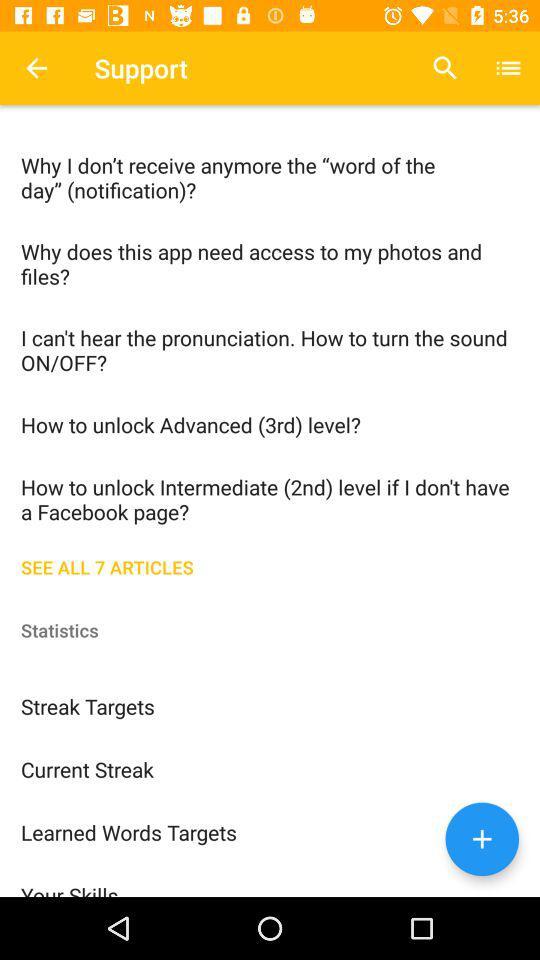  What do you see at coordinates (270, 705) in the screenshot?
I see `icon above current streak` at bounding box center [270, 705].